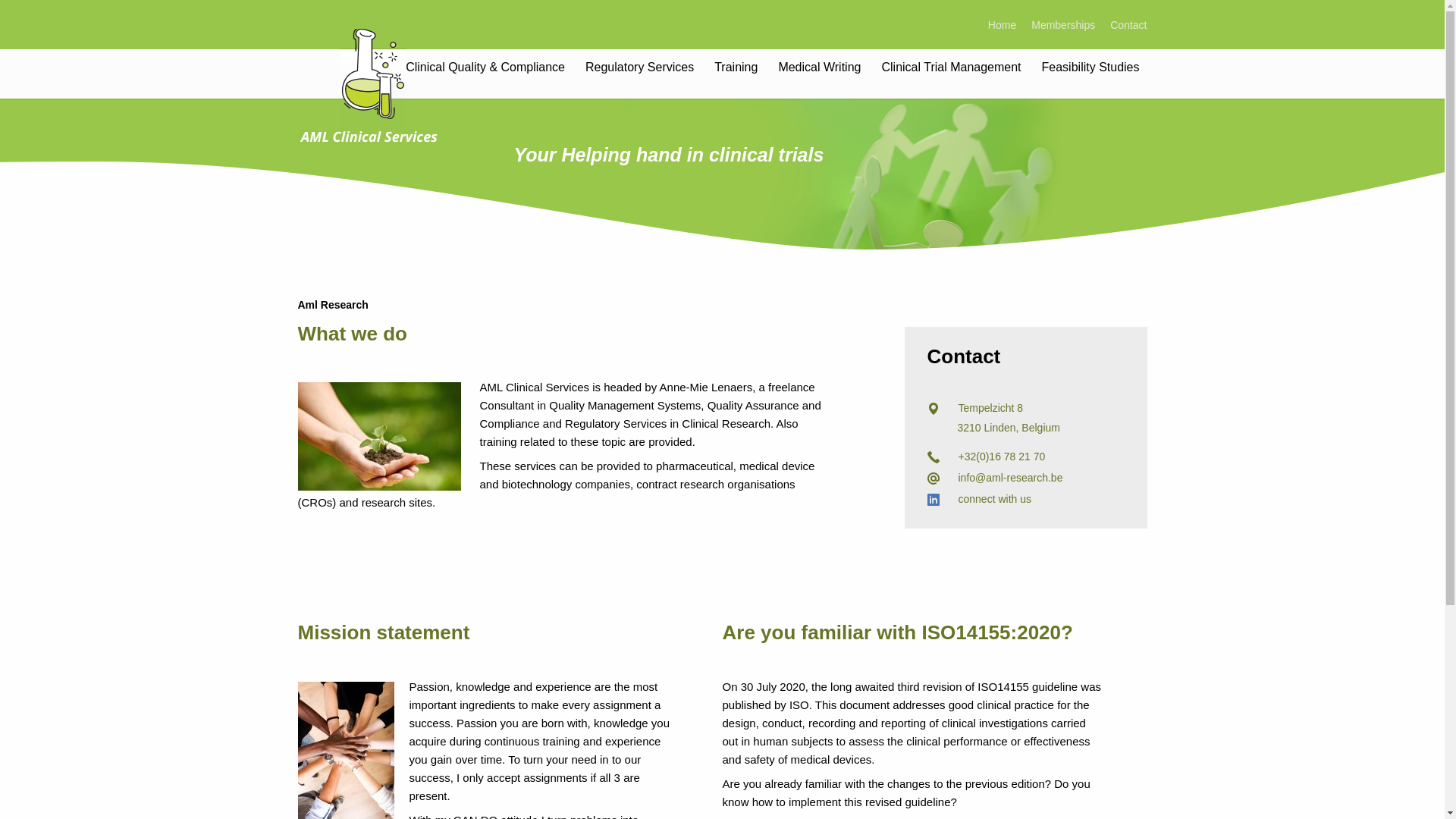 The height and width of the screenshot is (819, 1456). Describe the element at coordinates (484, 66) in the screenshot. I see `'Clinical Quality & Compliance'` at that location.